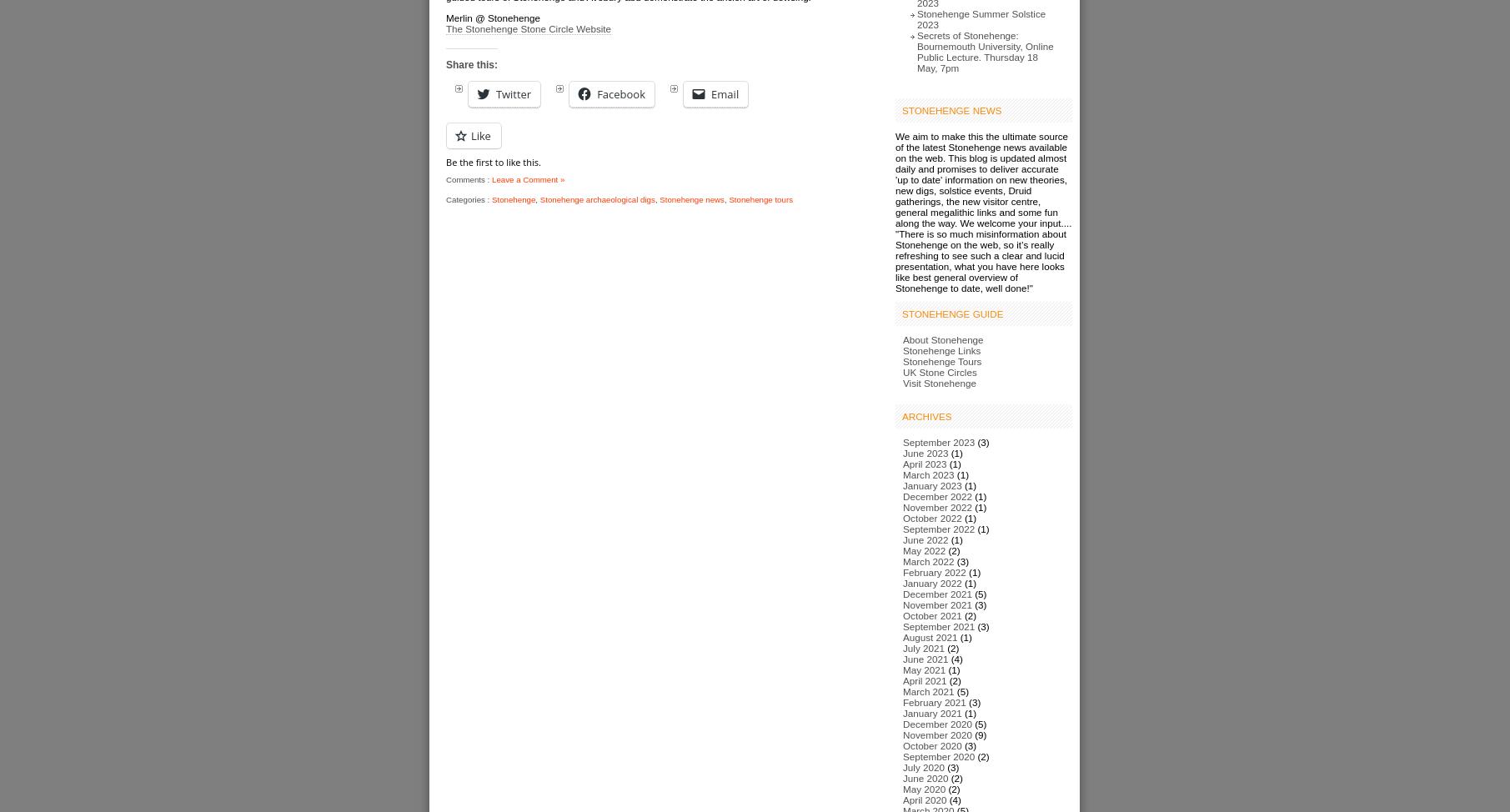 This screenshot has width=1510, height=812. Describe the element at coordinates (931, 713) in the screenshot. I see `'January 2021'` at that location.